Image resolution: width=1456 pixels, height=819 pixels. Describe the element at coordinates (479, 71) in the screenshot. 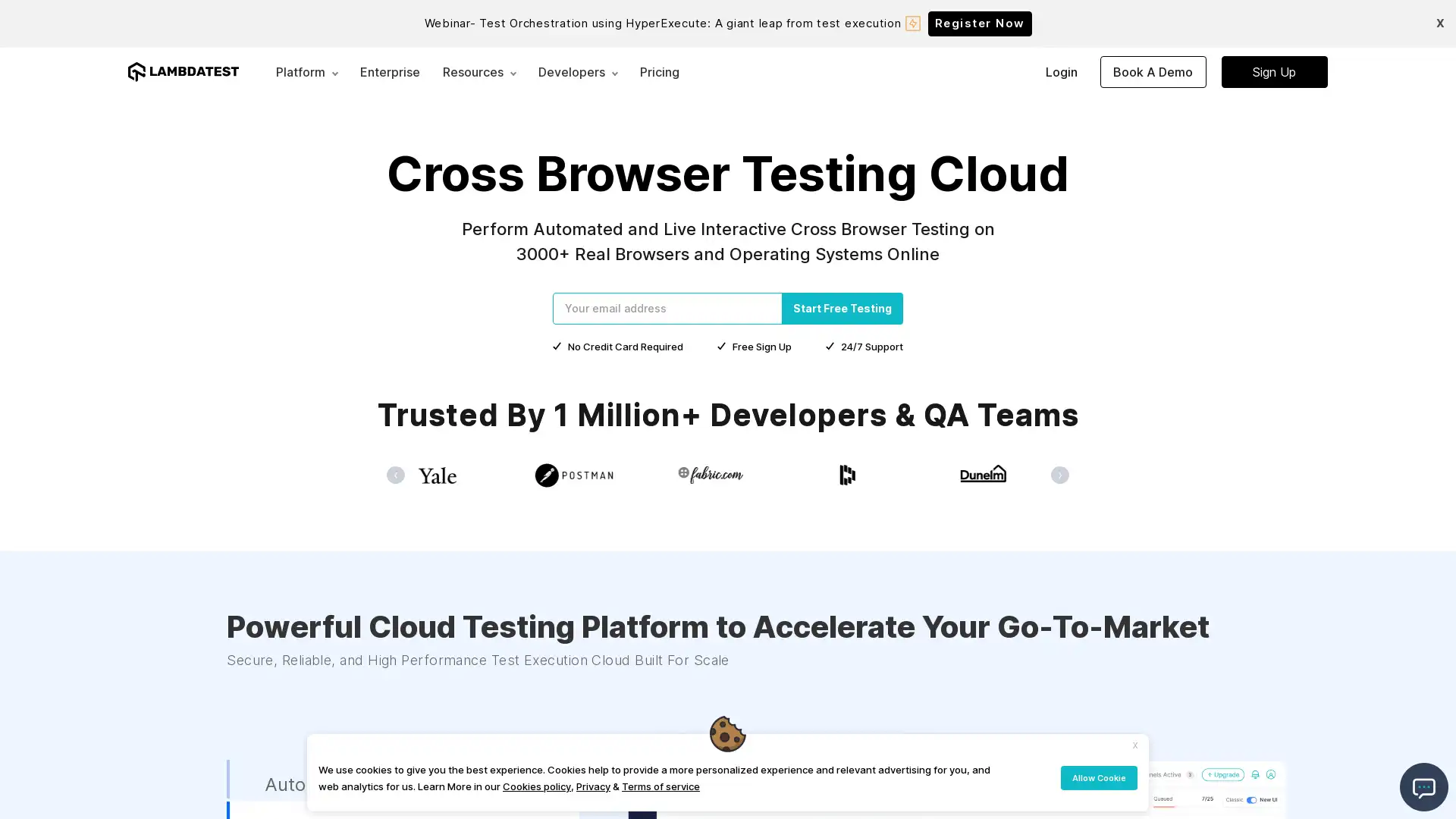

I see `Resources` at that location.